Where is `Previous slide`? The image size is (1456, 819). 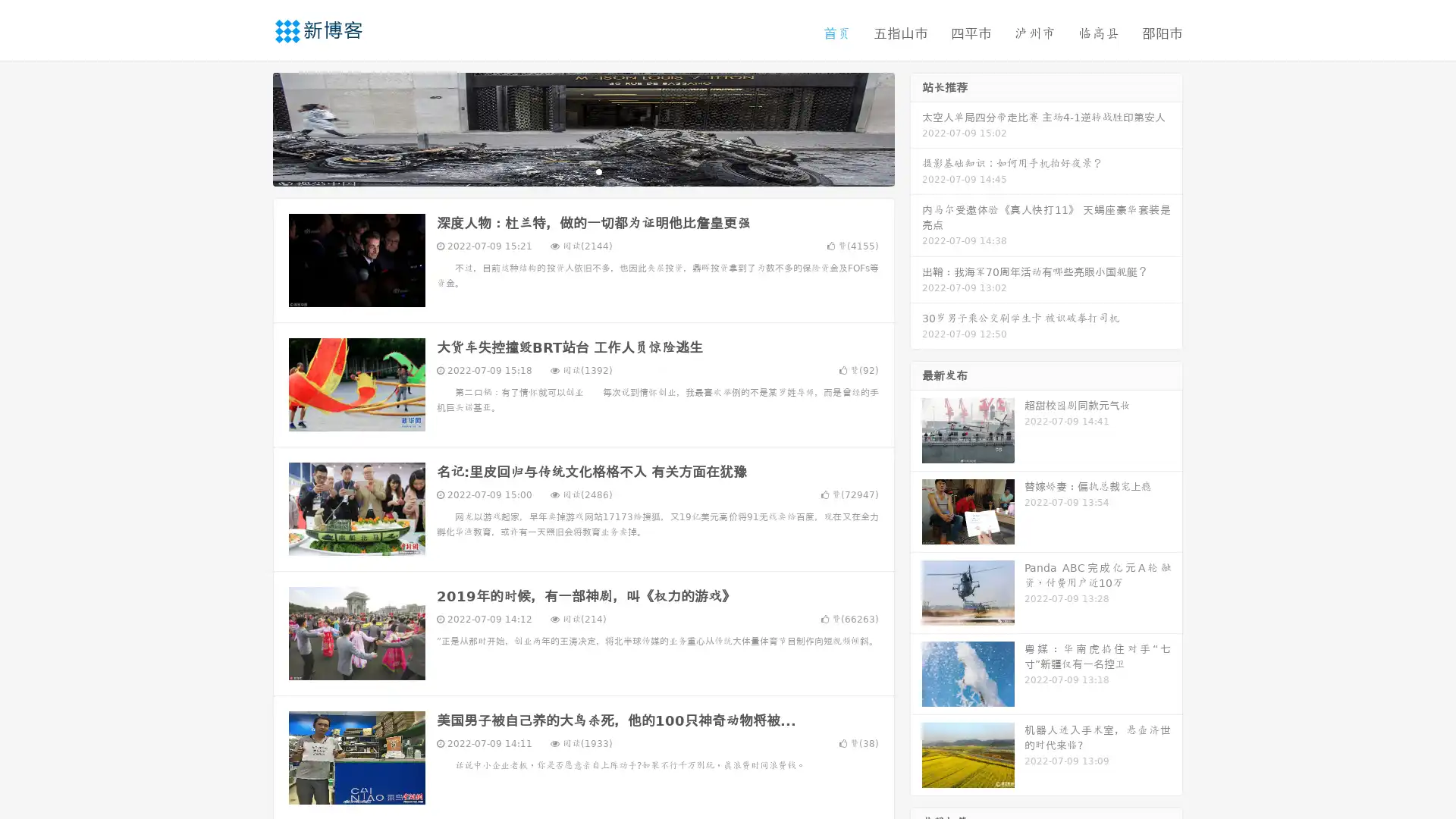 Previous slide is located at coordinates (250, 127).